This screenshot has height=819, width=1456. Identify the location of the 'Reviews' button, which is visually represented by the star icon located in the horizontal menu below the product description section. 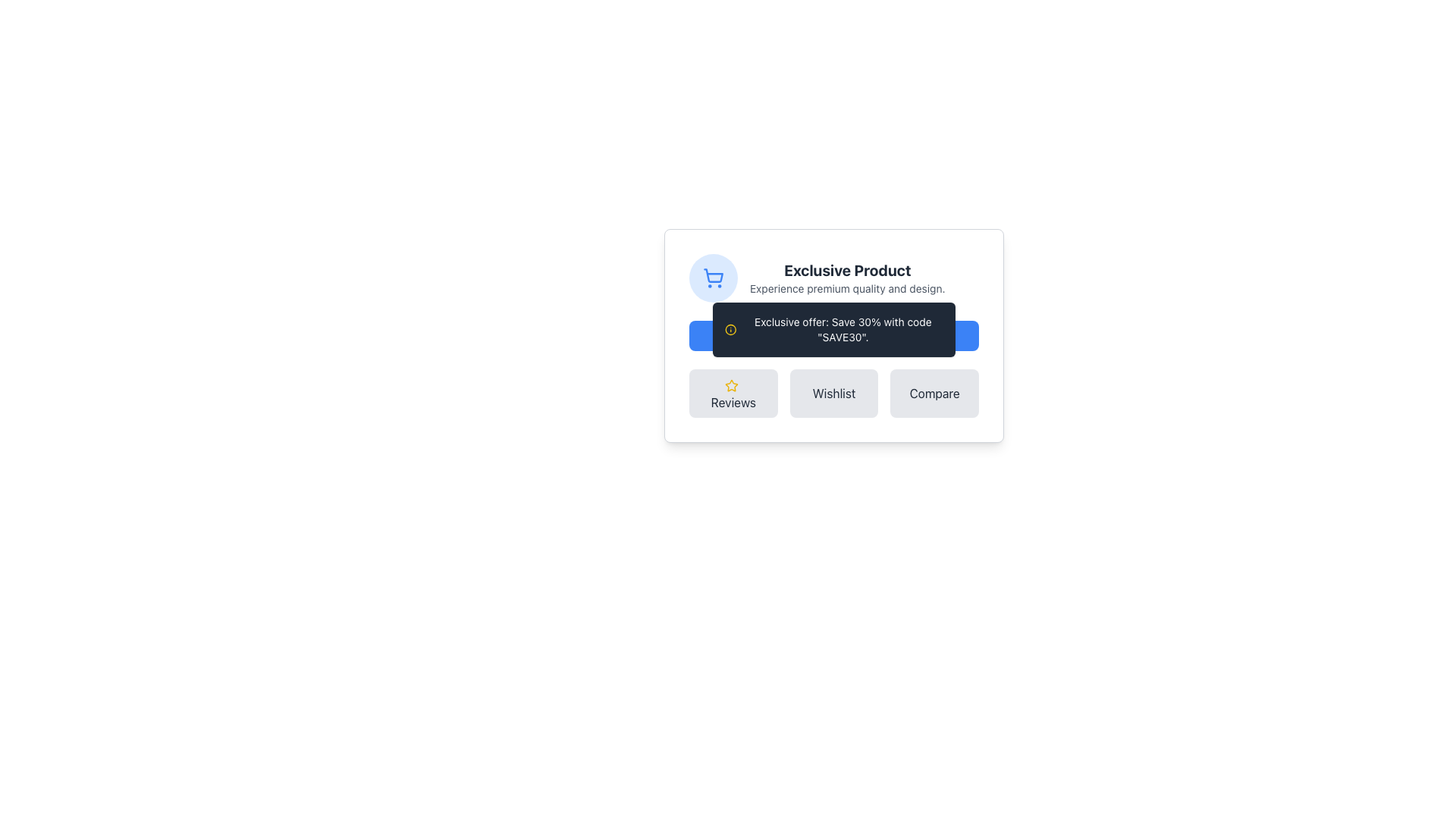
(731, 384).